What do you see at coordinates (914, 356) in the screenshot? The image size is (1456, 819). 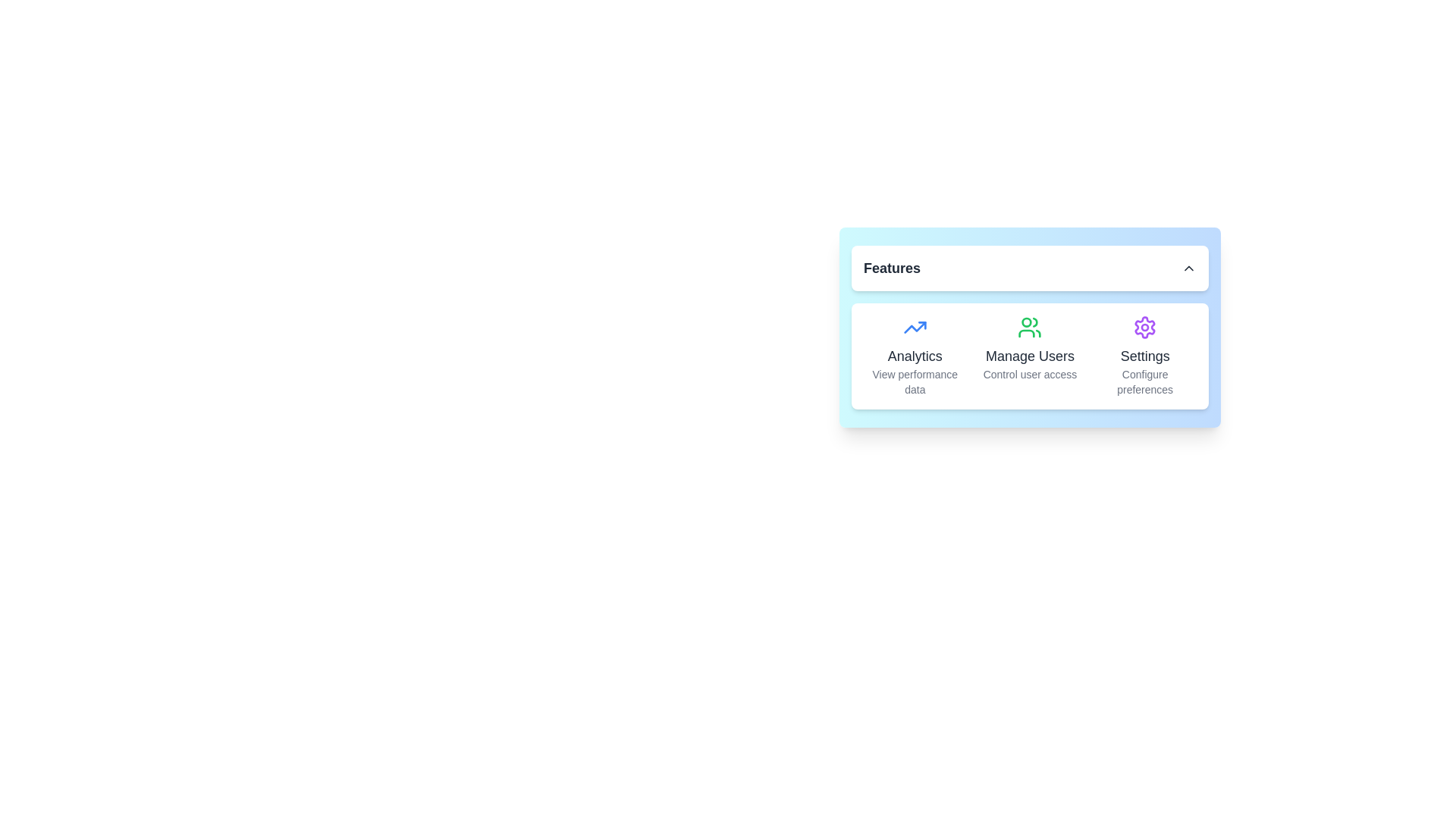 I see `the 'Analytics' text label, which serves as a title indicating the associated feature or section` at bounding box center [914, 356].